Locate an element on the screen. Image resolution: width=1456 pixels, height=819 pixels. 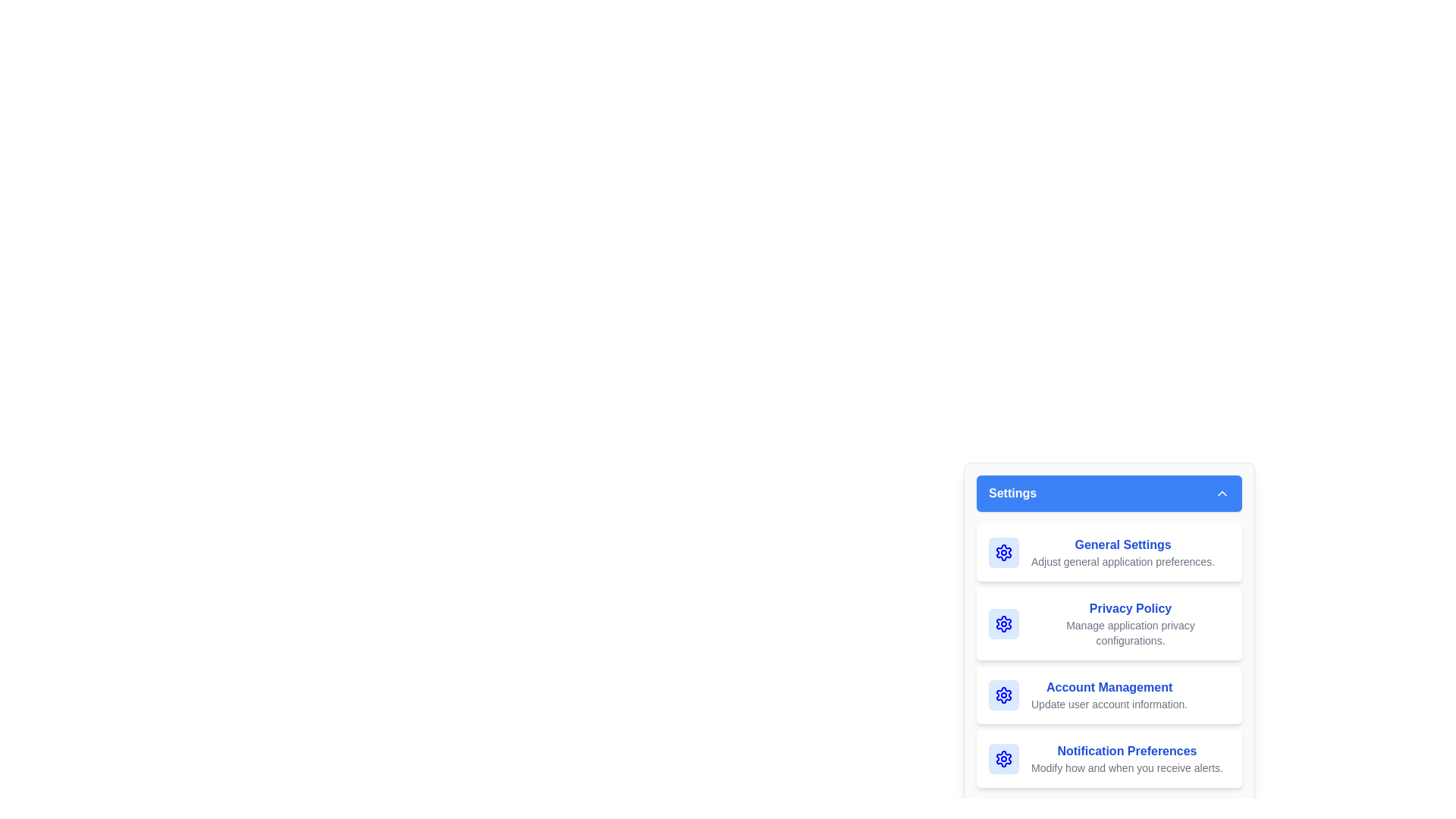
the menu item labeled General Settings is located at coordinates (1109, 553).